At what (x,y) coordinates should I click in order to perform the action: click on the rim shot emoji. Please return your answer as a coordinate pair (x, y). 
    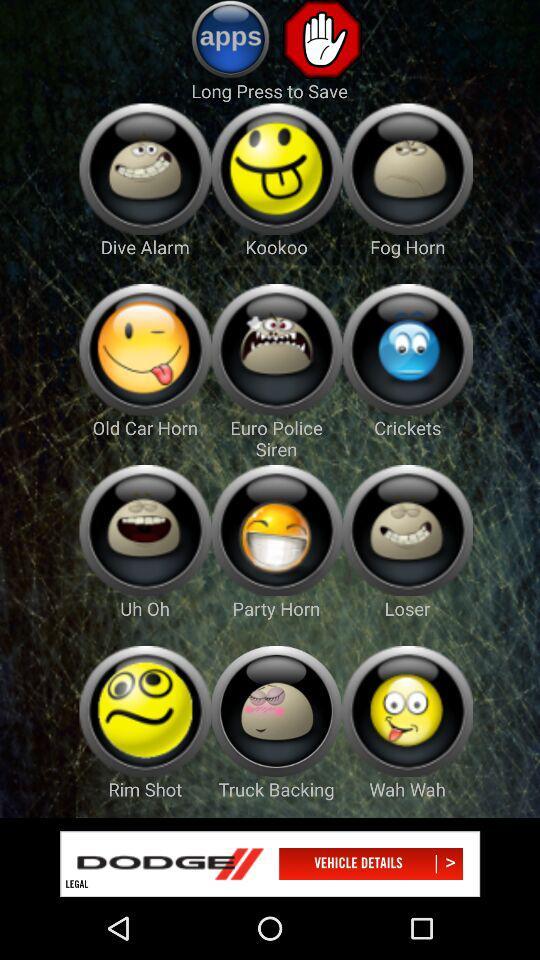
    Looking at the image, I should click on (144, 711).